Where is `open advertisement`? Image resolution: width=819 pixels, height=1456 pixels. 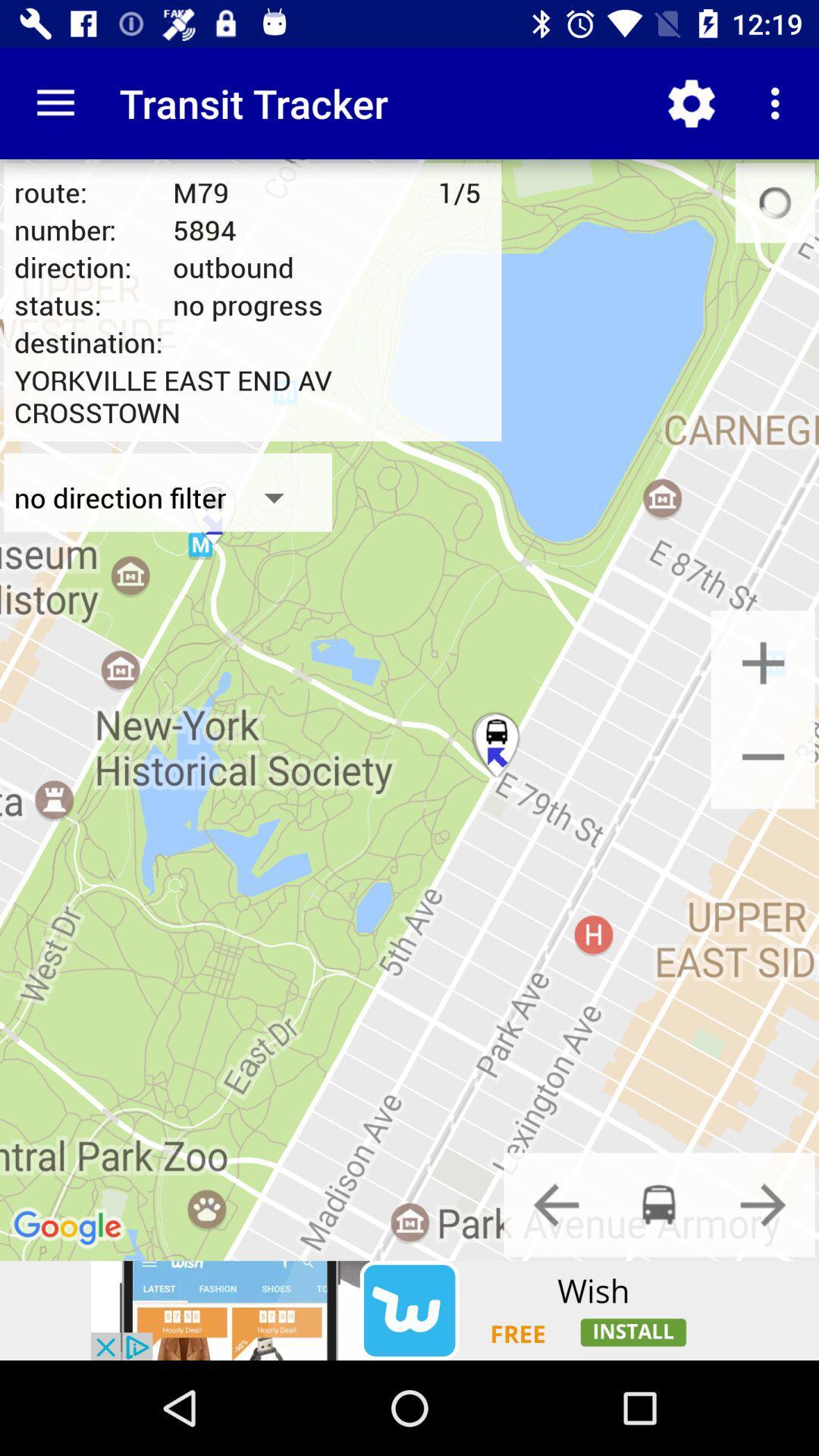
open advertisement is located at coordinates (409, 1310).